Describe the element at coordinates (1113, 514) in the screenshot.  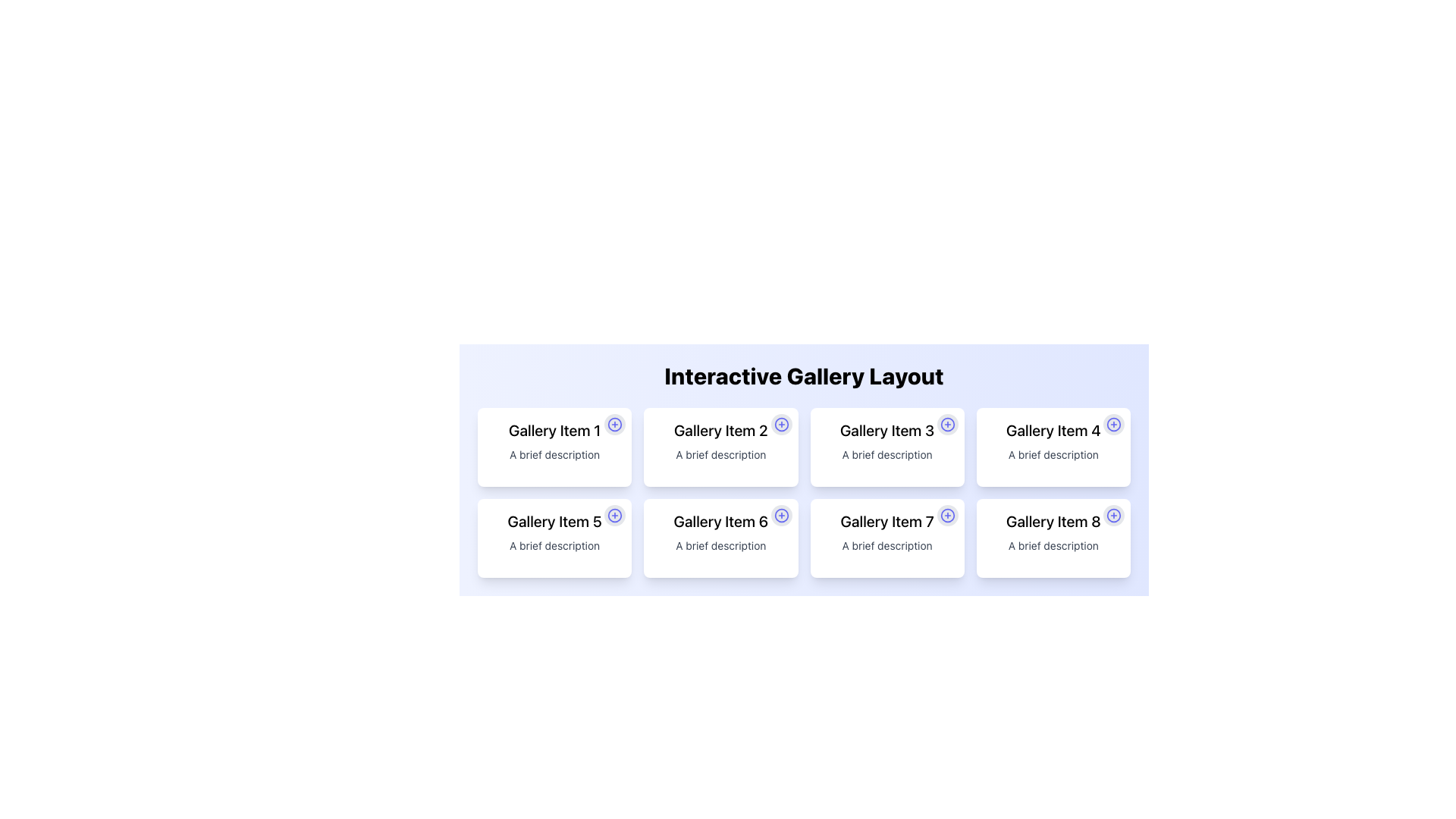
I see `the blue-stroked circle element with a plus symbol in its center, located in the bottom-right corner of the 'Gallery Item 8' card` at that location.